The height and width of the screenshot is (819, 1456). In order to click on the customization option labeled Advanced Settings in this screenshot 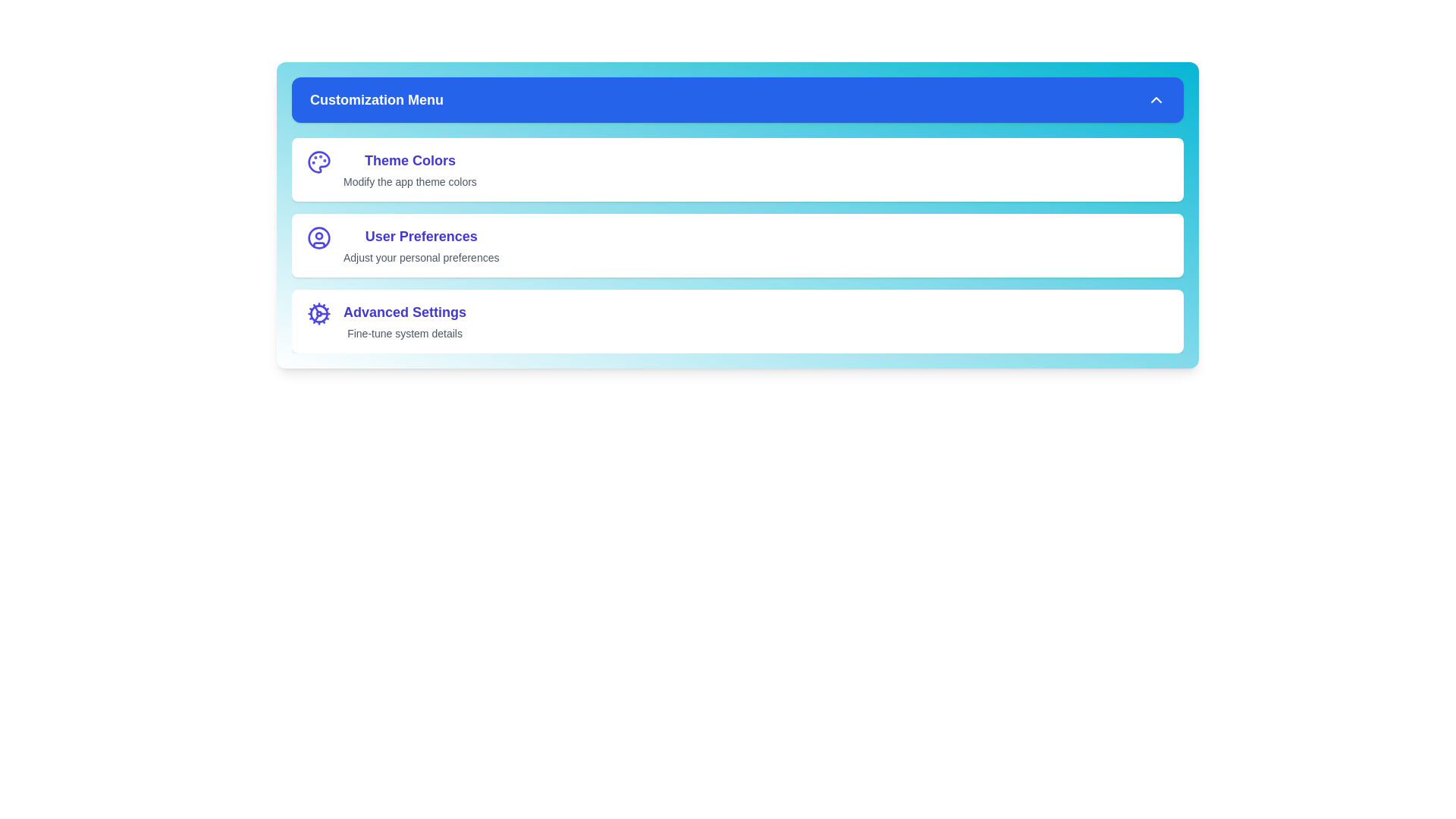, I will do `click(738, 321)`.